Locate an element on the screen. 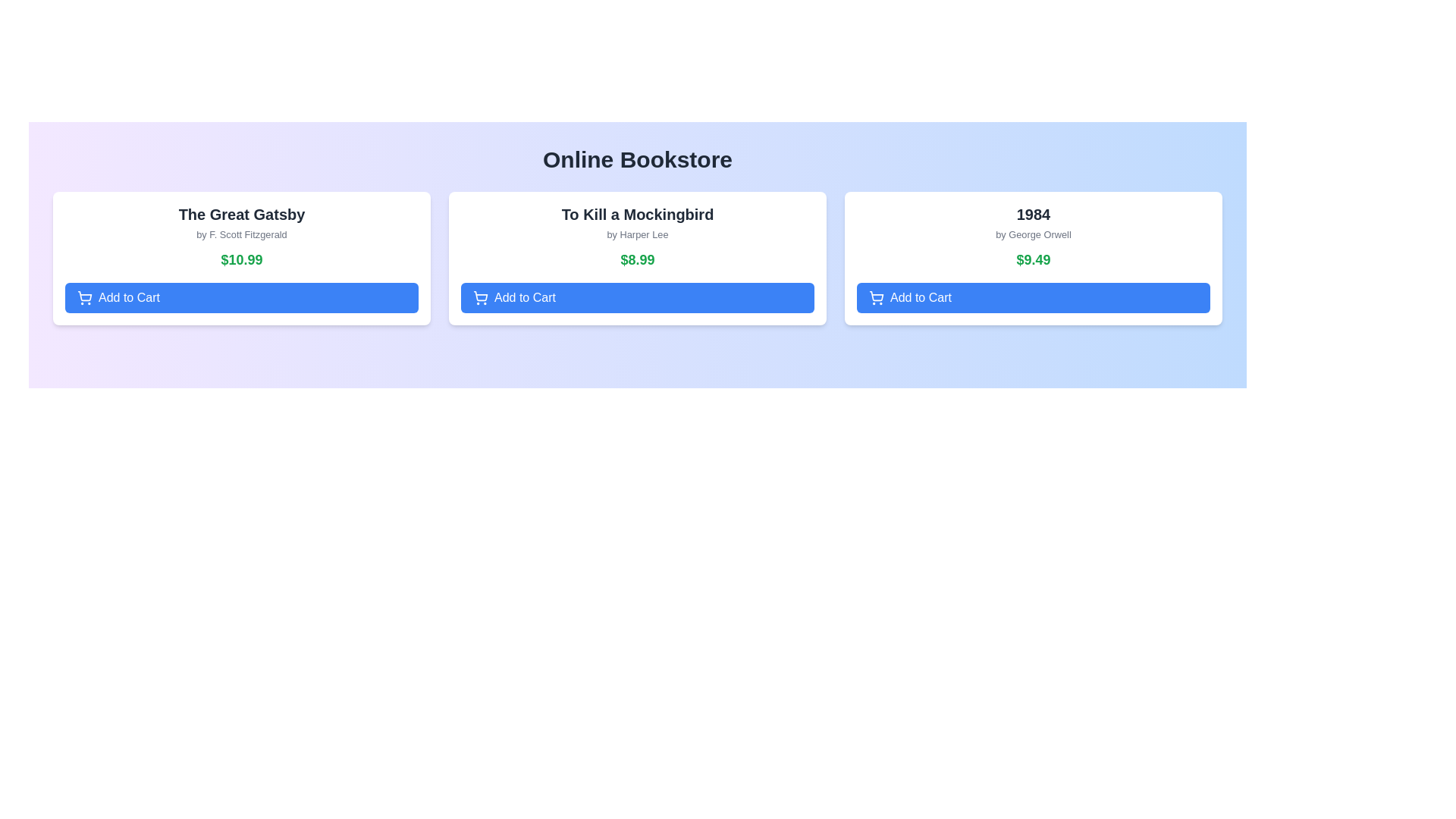  the leftmost icon of the blue 'Add to Cart' button located under 'The Great Gatsby' section is located at coordinates (83, 298).